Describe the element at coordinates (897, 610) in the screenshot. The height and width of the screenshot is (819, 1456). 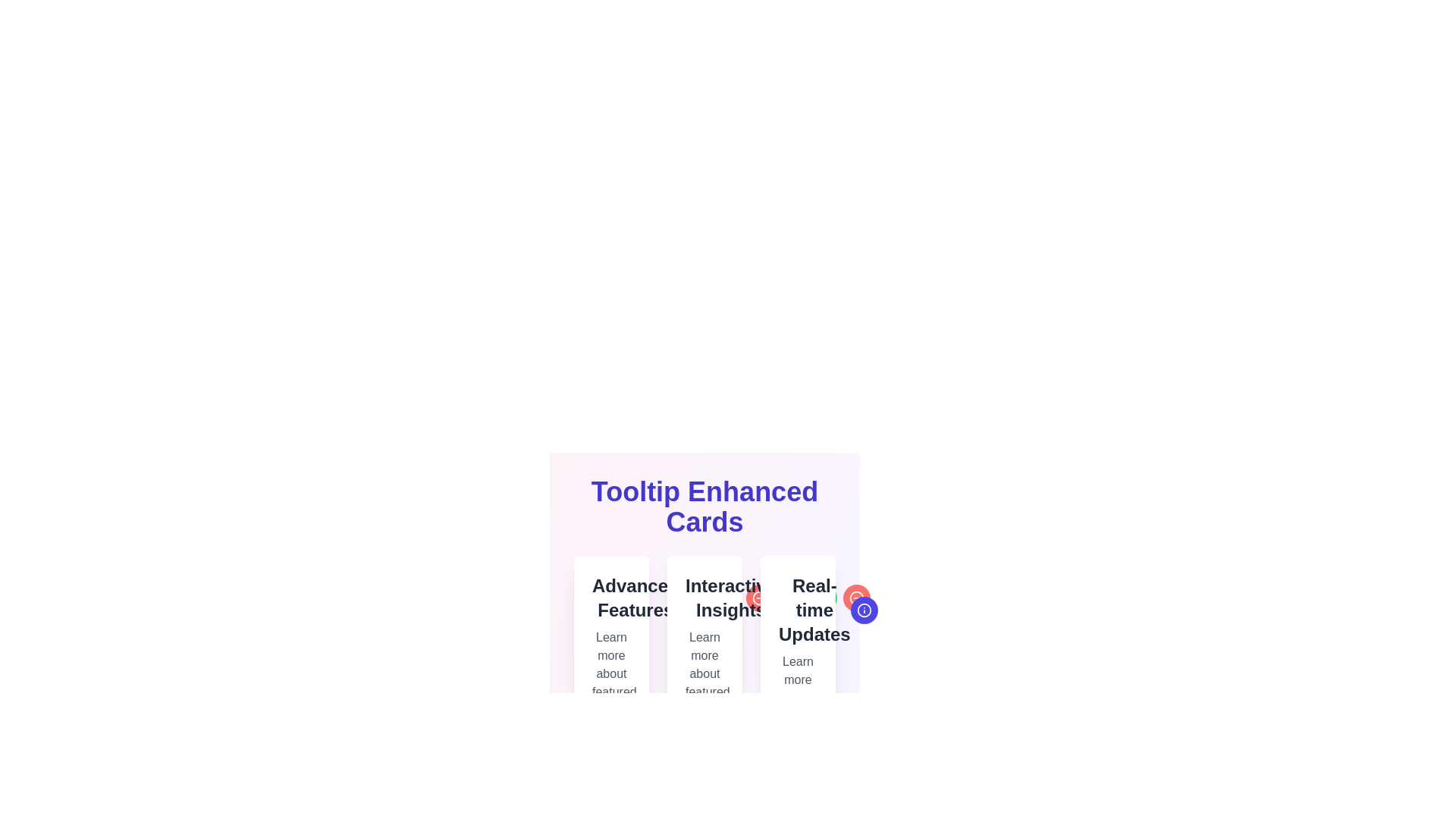
I see `the green circular button in the bottom-right corner of the 'Real-time Updates' card to invoke the addition functionality` at that location.